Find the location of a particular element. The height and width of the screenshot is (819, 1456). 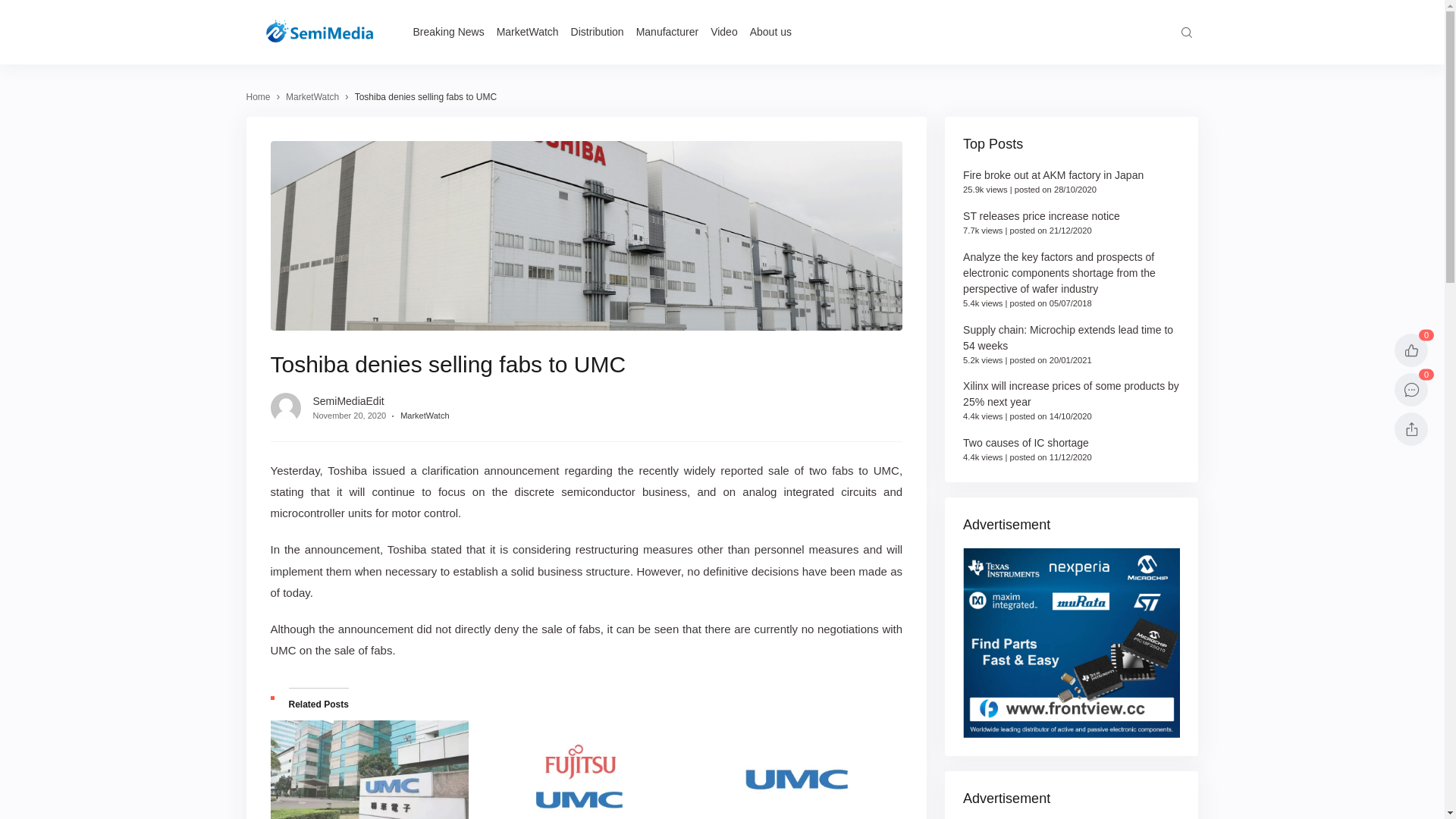

'Home' is located at coordinates (258, 96).